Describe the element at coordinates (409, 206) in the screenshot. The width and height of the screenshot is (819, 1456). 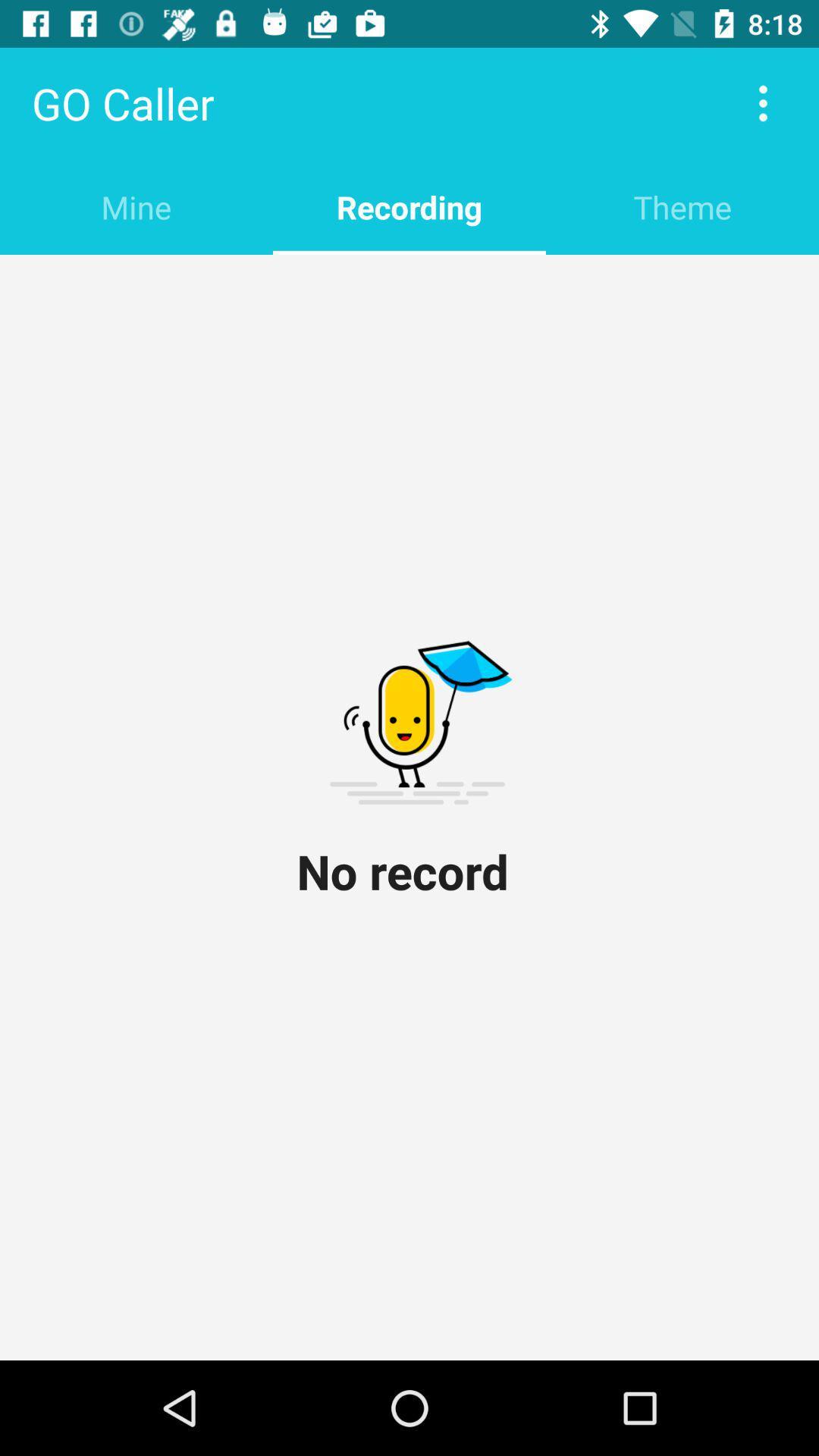
I see `item to the left of theme item` at that location.